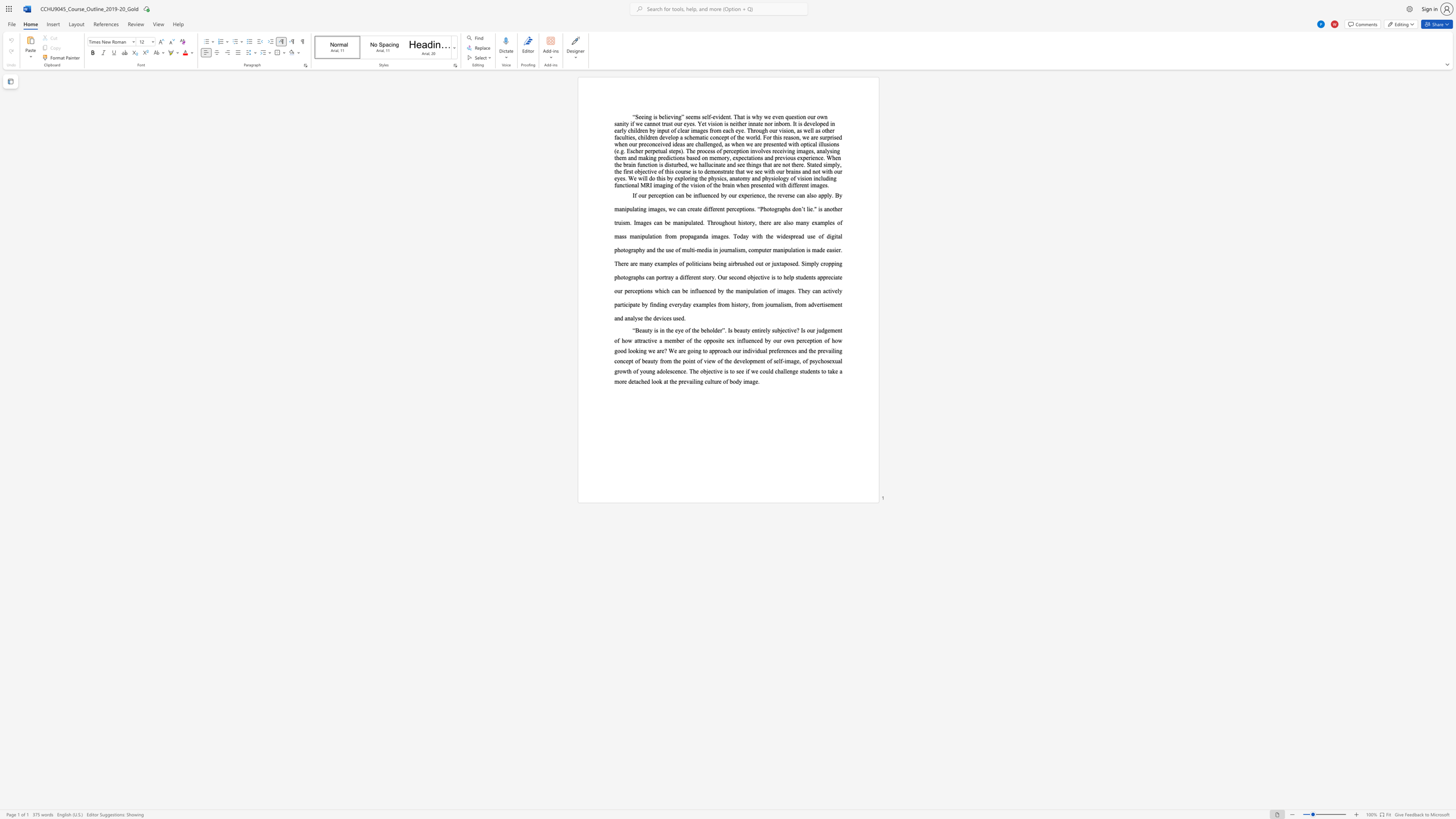  Describe the element at coordinates (699, 223) in the screenshot. I see `the subset text "d. Throughout history, there are also many examples of mass manipulation from propaganda images. Today with the widespread use of digital photography and the use of multi-media in journalism, compu" within the text "If our perception can be influenced by our experience, the reverse can also apply. By manipulating images, we can create different perceptions. “Photographs don’t lie."` at that location.